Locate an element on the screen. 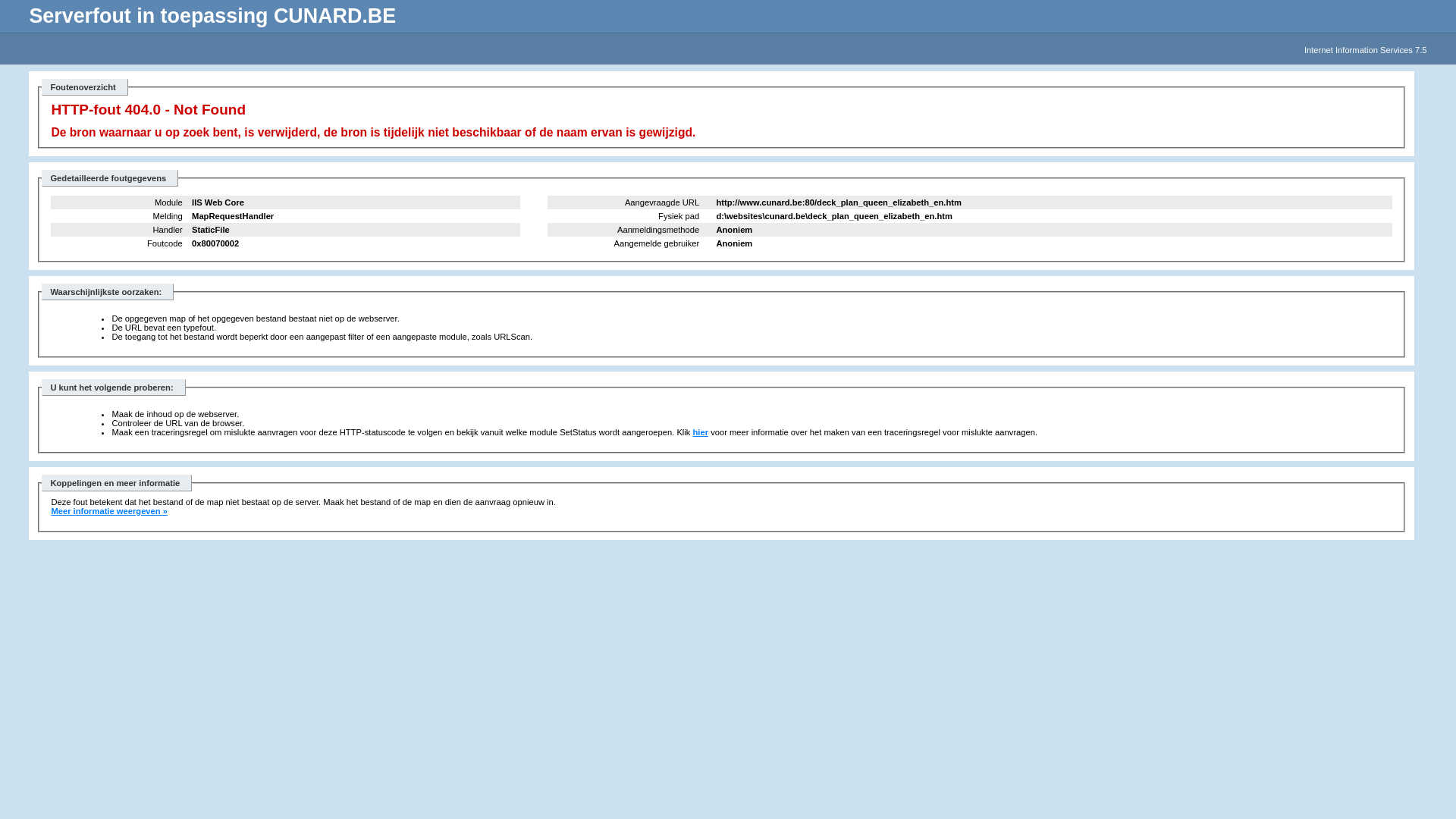 Image resolution: width=1456 pixels, height=819 pixels. 'hier' is located at coordinates (700, 432).